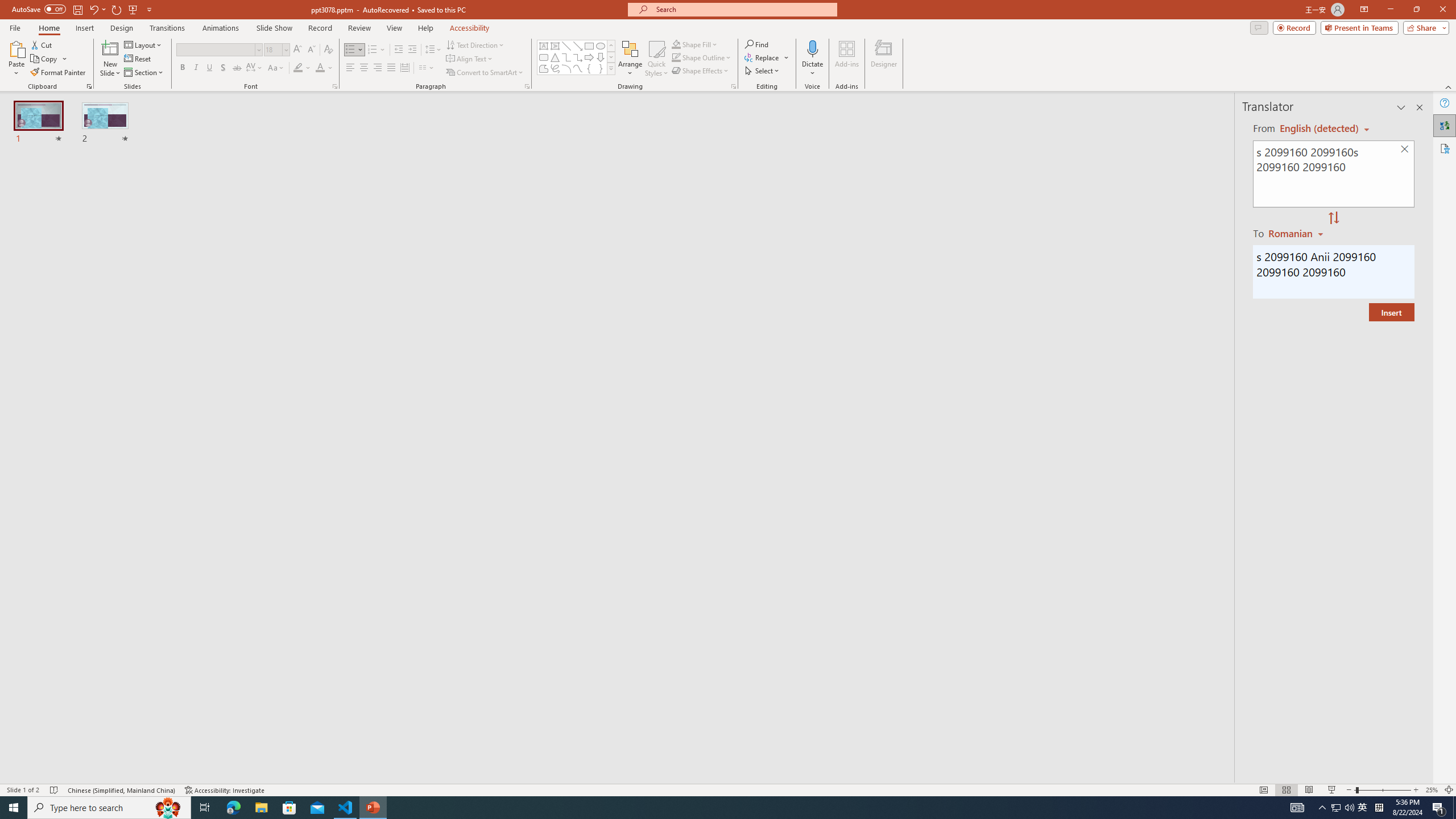 This screenshot has height=819, width=1456. Describe the element at coordinates (1333, 218) in the screenshot. I see `'Swap "from" and "to" languages.'` at that location.